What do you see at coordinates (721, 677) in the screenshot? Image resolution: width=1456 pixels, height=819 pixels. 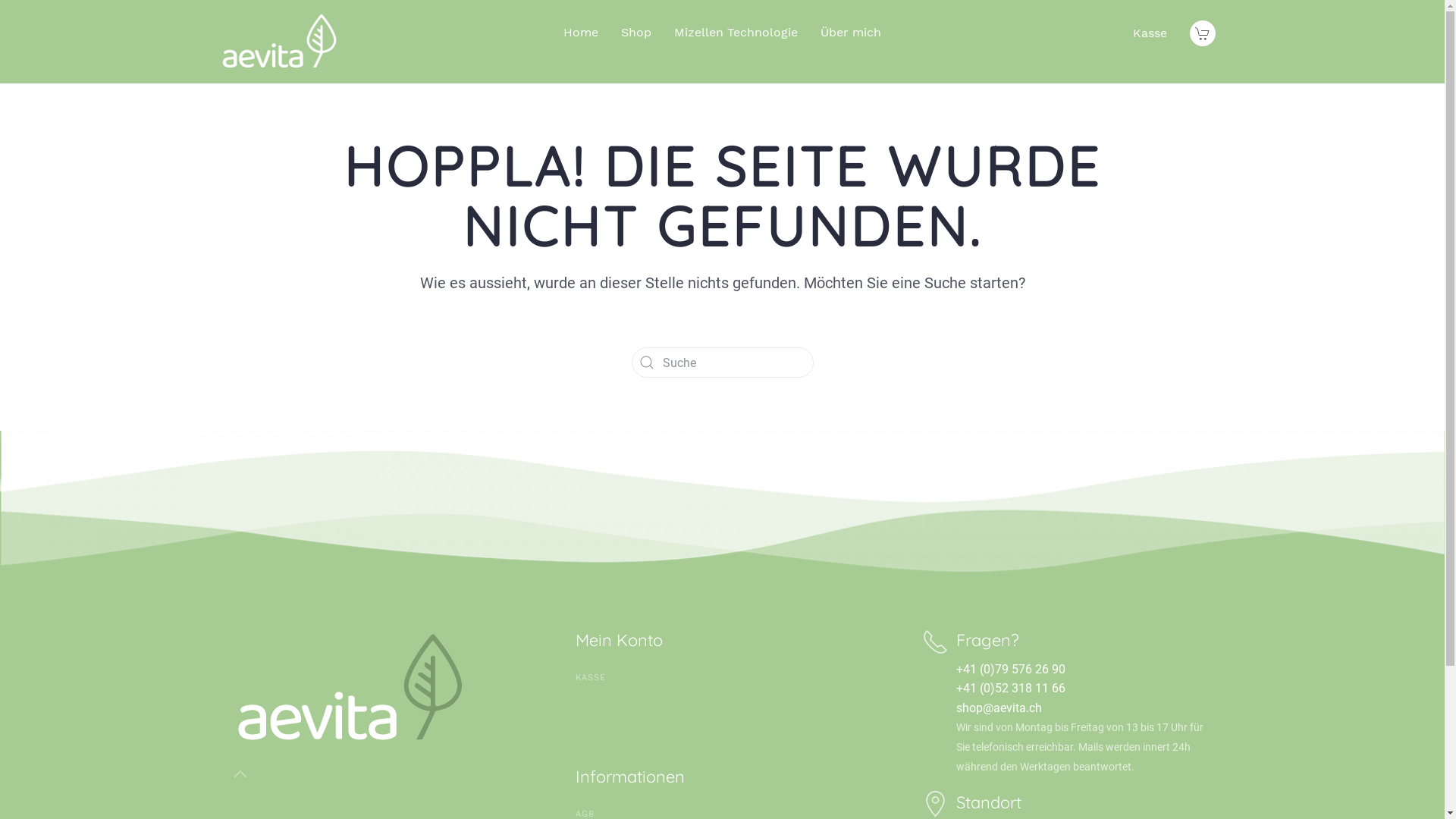 I see `'KASSE'` at bounding box center [721, 677].